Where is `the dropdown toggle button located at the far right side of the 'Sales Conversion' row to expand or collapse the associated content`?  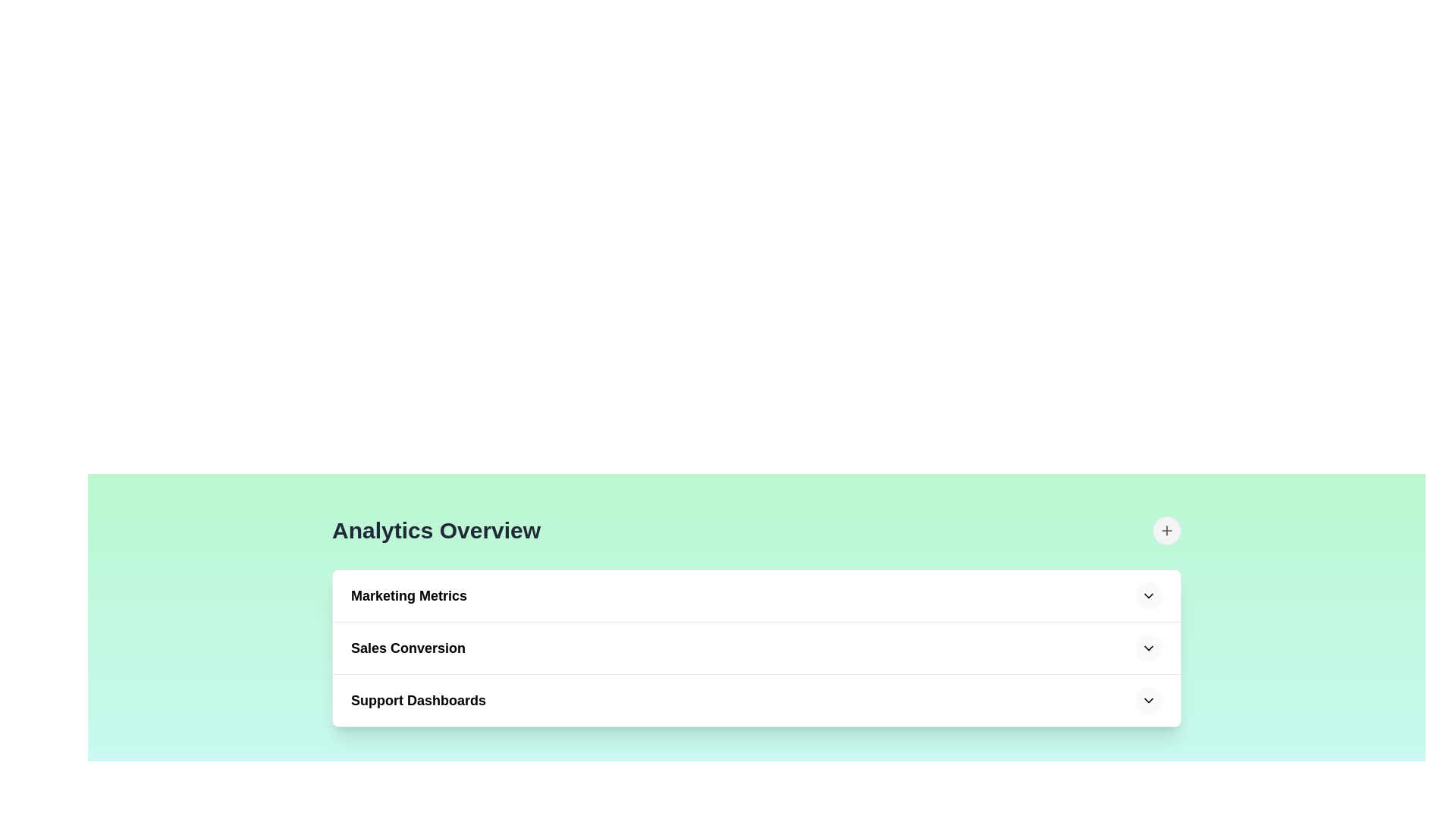
the dropdown toggle button located at the far right side of the 'Sales Conversion' row to expand or collapse the associated content is located at coordinates (1149, 648).